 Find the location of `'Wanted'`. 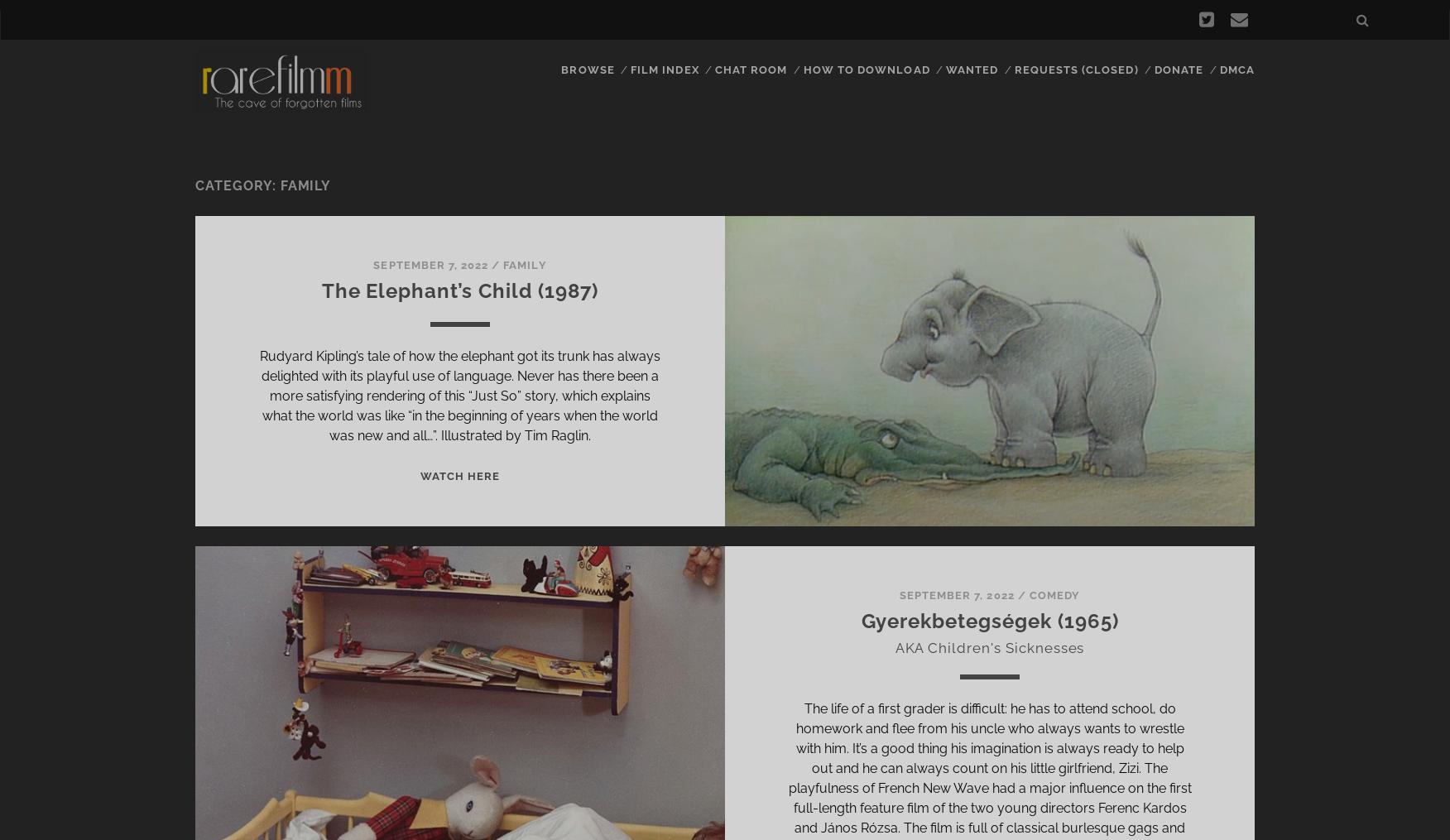

'Wanted' is located at coordinates (972, 70).